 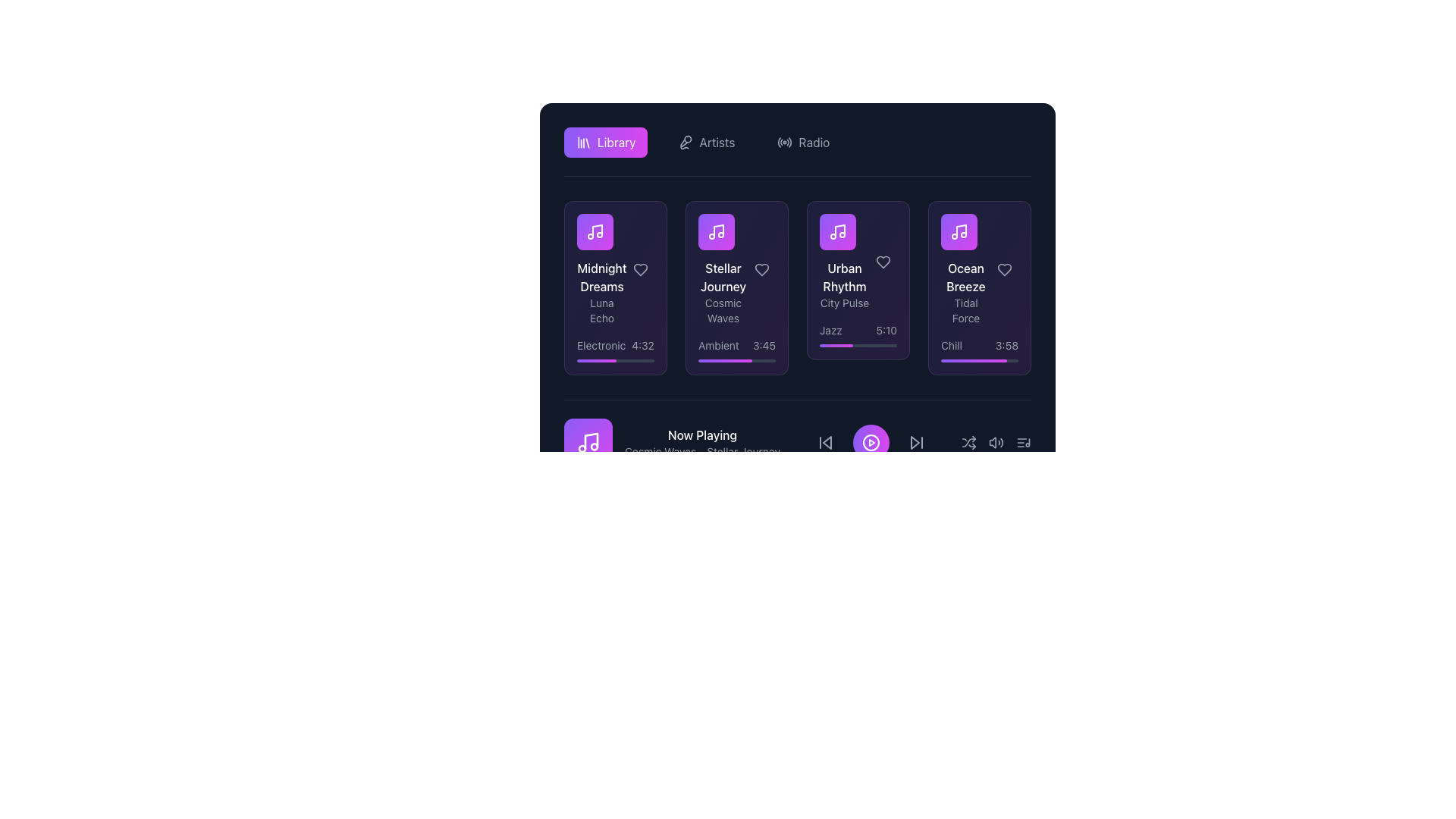 I want to click on the 'Ocean Breeze' text label, which is a white medium-sized font label located above the 'Tidal Force' text, so click(x=965, y=278).